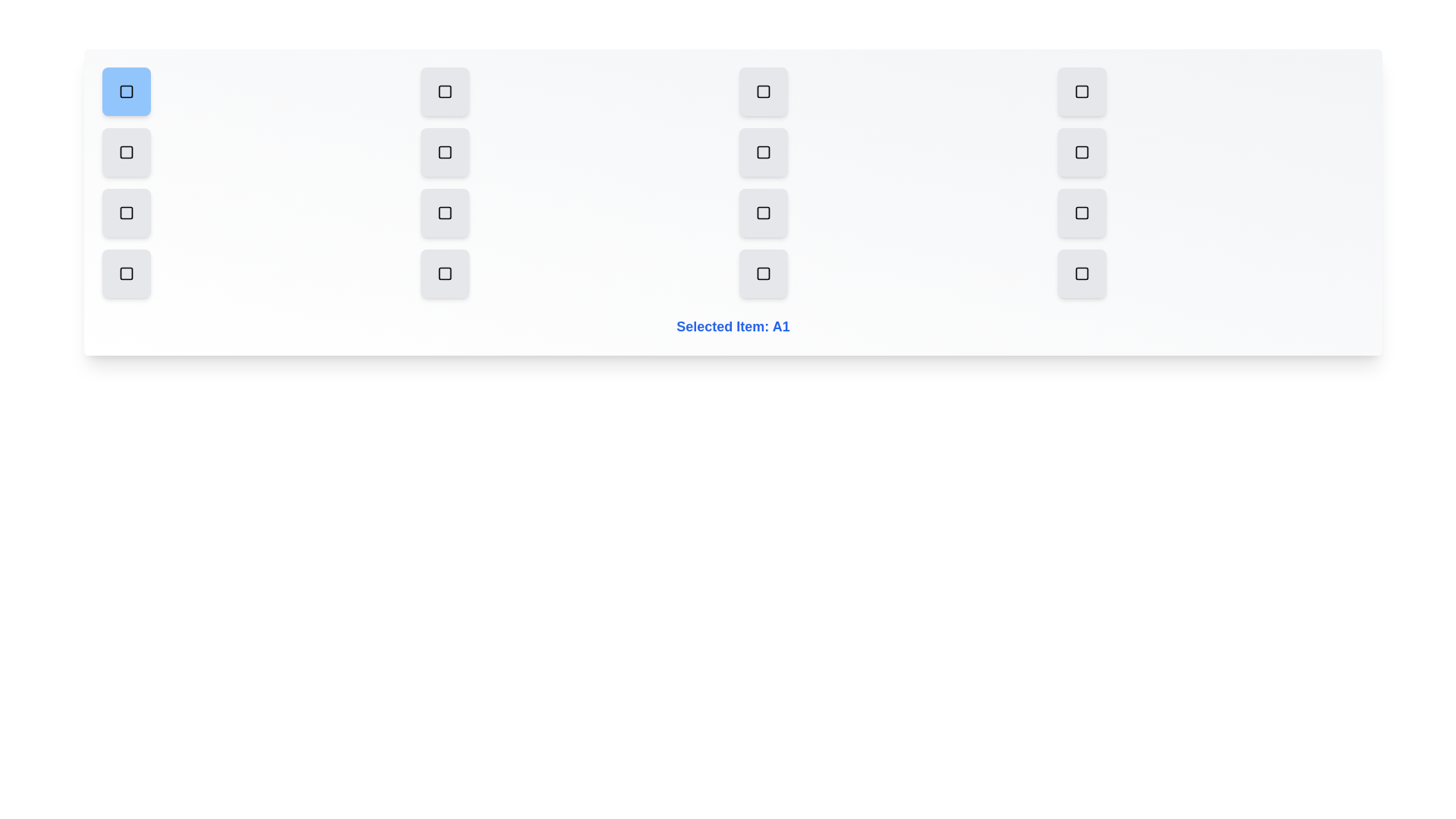  What do you see at coordinates (764, 91) in the screenshot?
I see `the grid item A3 to select it` at bounding box center [764, 91].